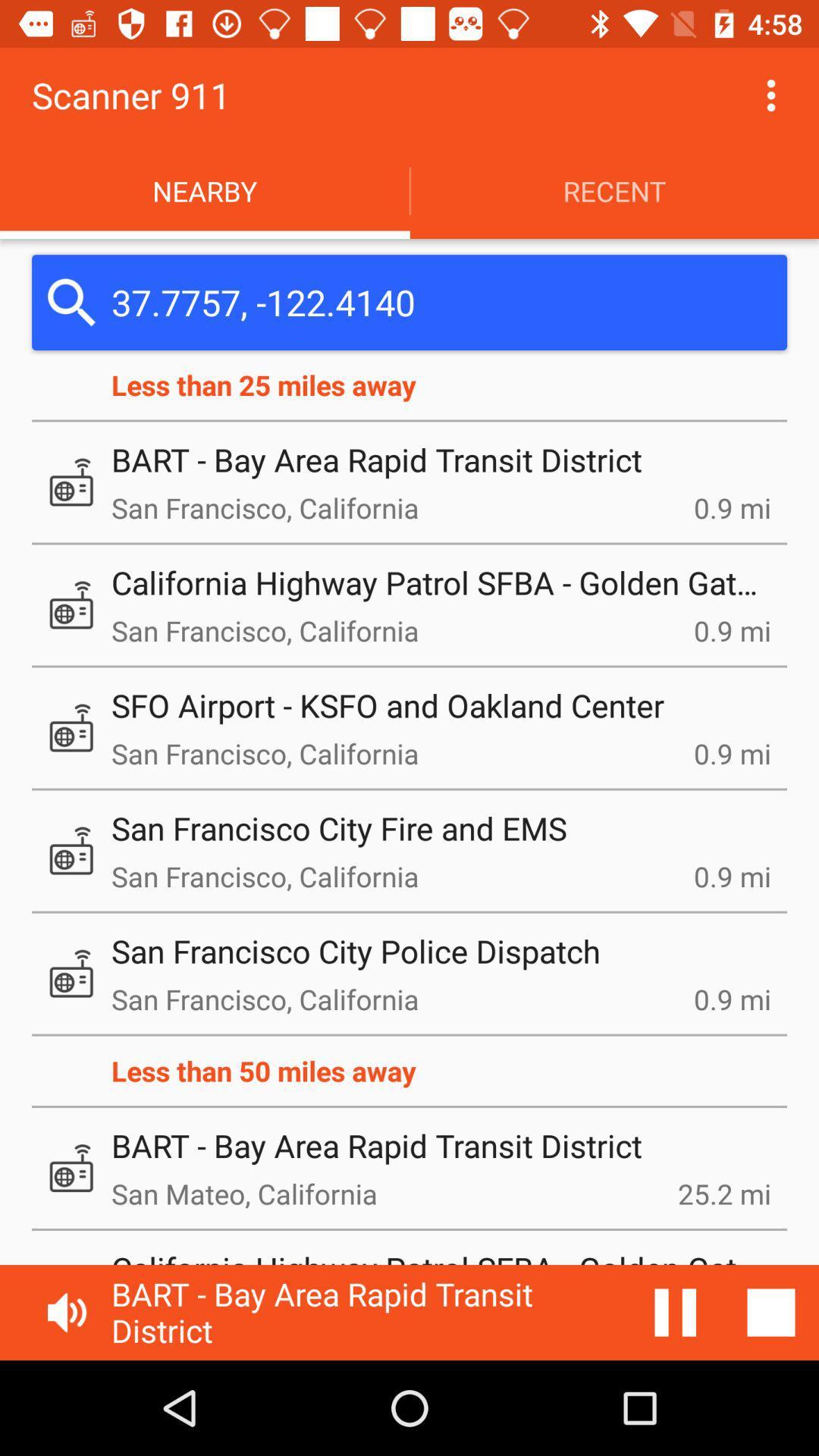 The height and width of the screenshot is (1456, 819). What do you see at coordinates (675, 1312) in the screenshot?
I see `pause audio` at bounding box center [675, 1312].